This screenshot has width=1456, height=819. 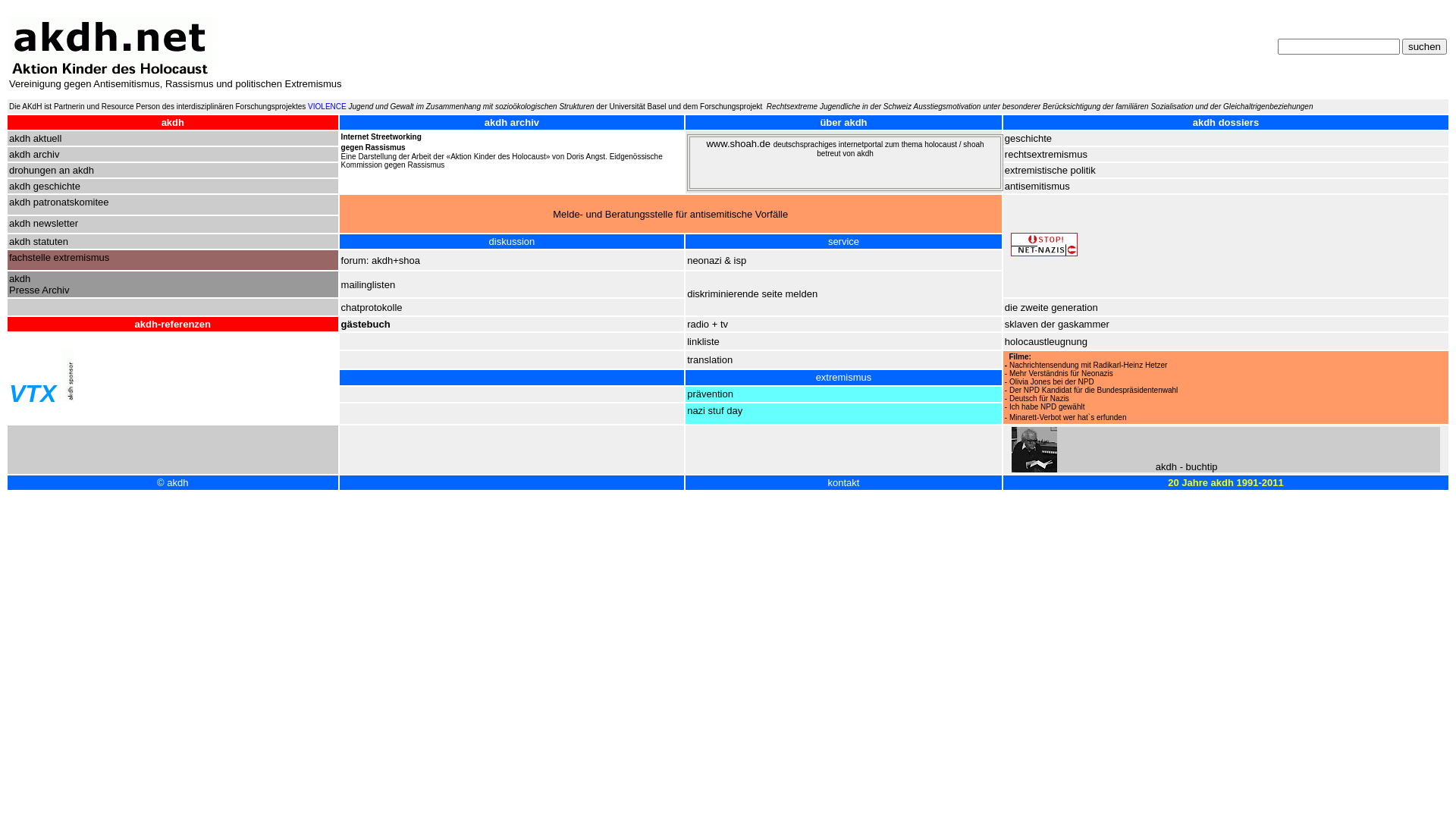 I want to click on 'antisemitismus', so click(x=1037, y=185).